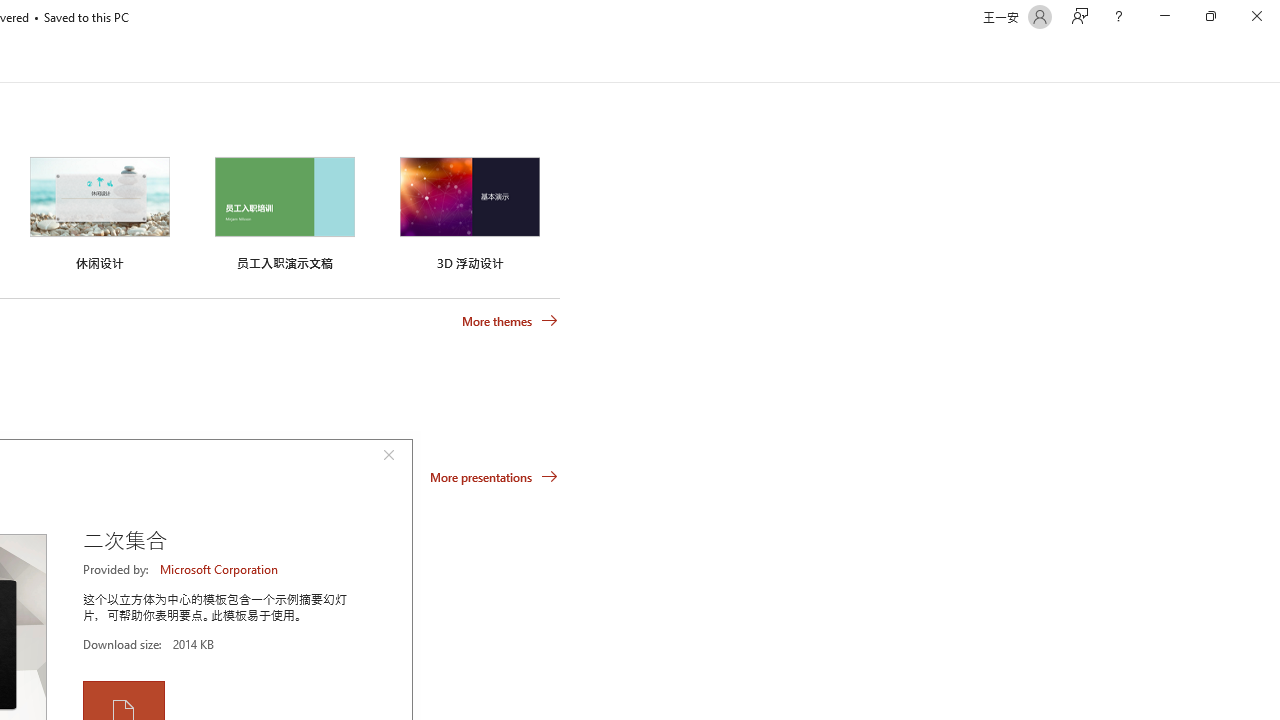 The image size is (1280, 720). Describe the element at coordinates (220, 569) in the screenshot. I see `'Microsoft Corporation'` at that location.